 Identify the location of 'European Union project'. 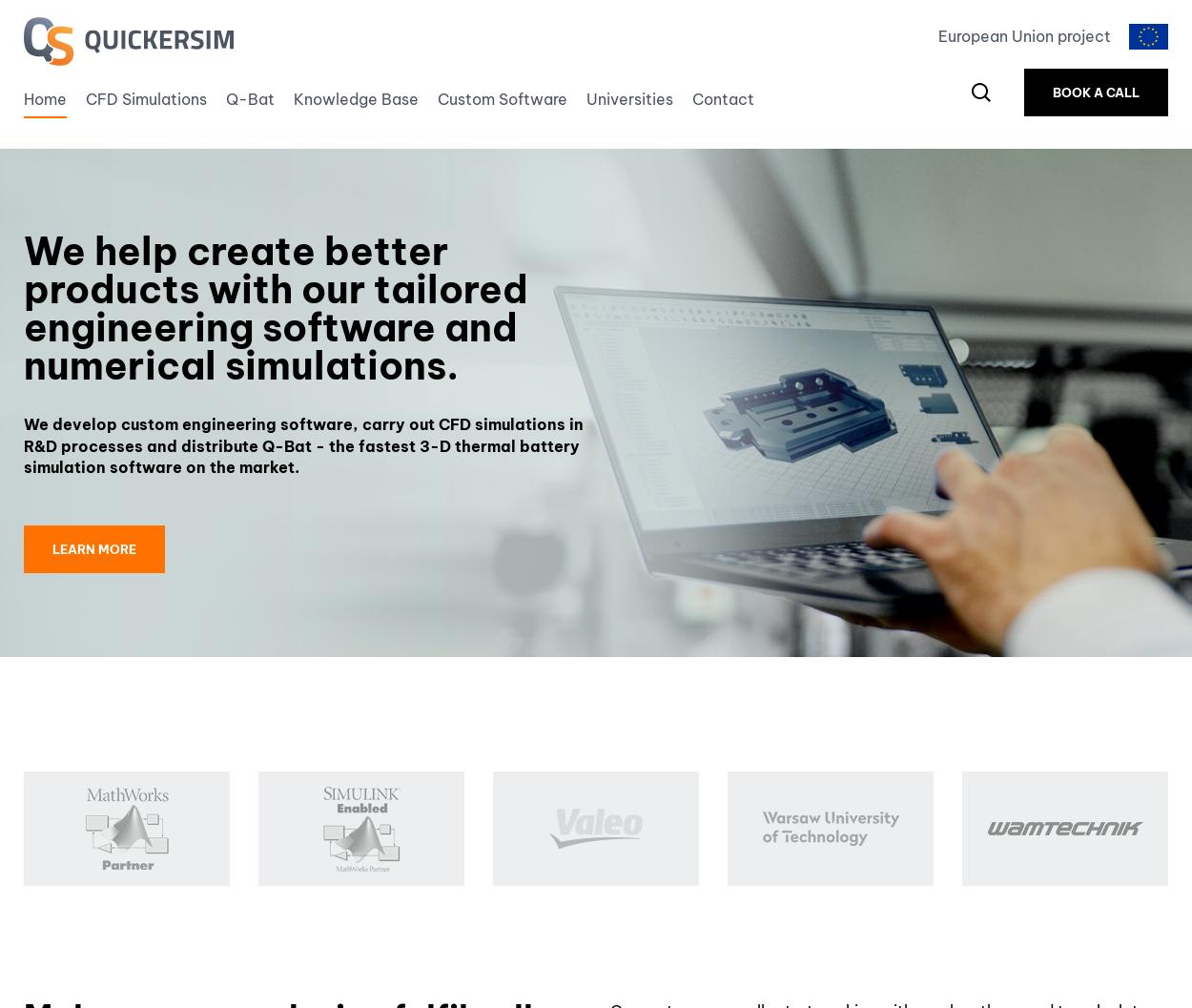
(1023, 36).